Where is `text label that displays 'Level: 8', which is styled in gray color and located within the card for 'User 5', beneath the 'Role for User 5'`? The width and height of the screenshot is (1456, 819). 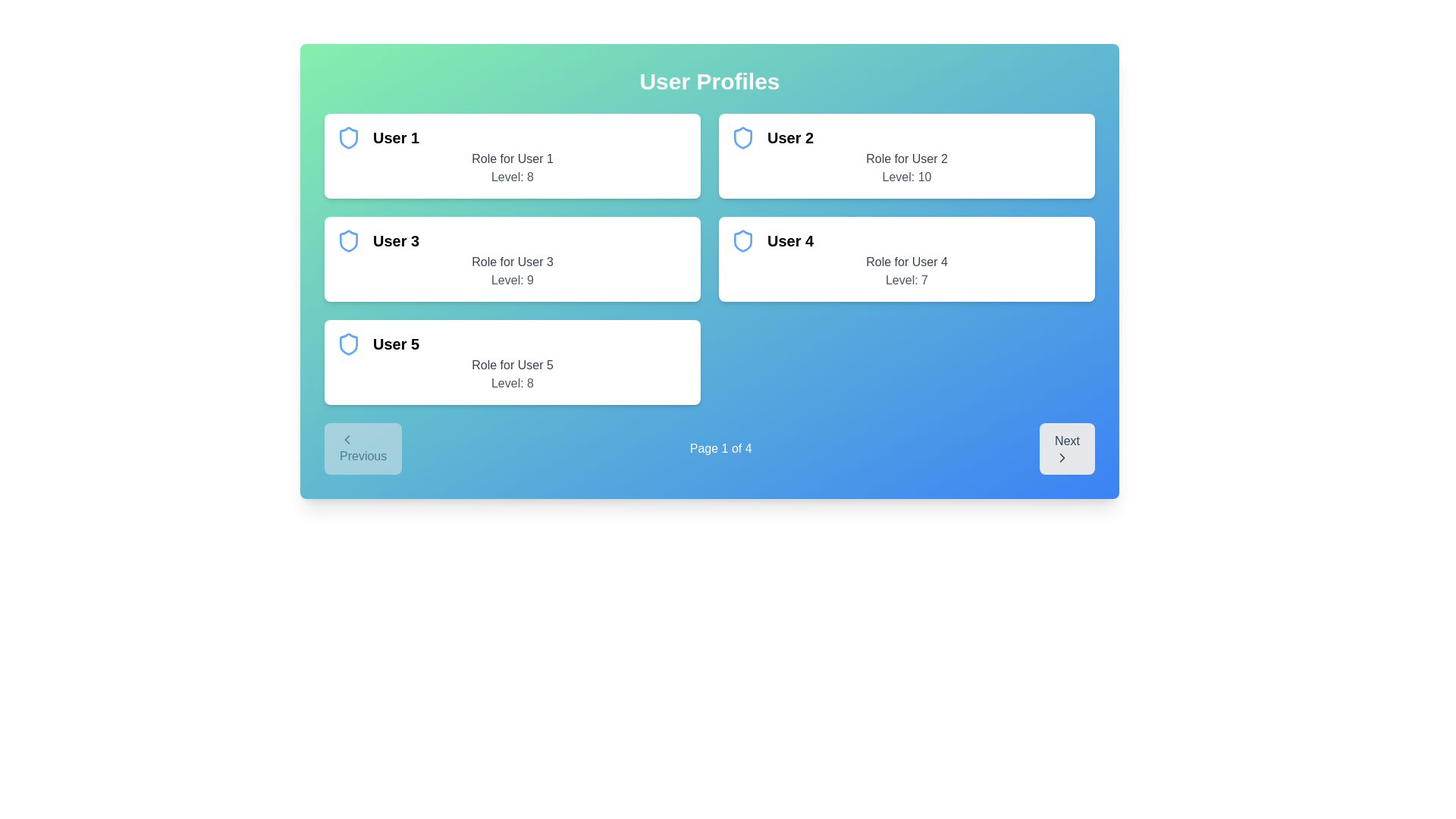
text label that displays 'Level: 8', which is styled in gray color and located within the card for 'User 5', beneath the 'Role for User 5' is located at coordinates (513, 382).